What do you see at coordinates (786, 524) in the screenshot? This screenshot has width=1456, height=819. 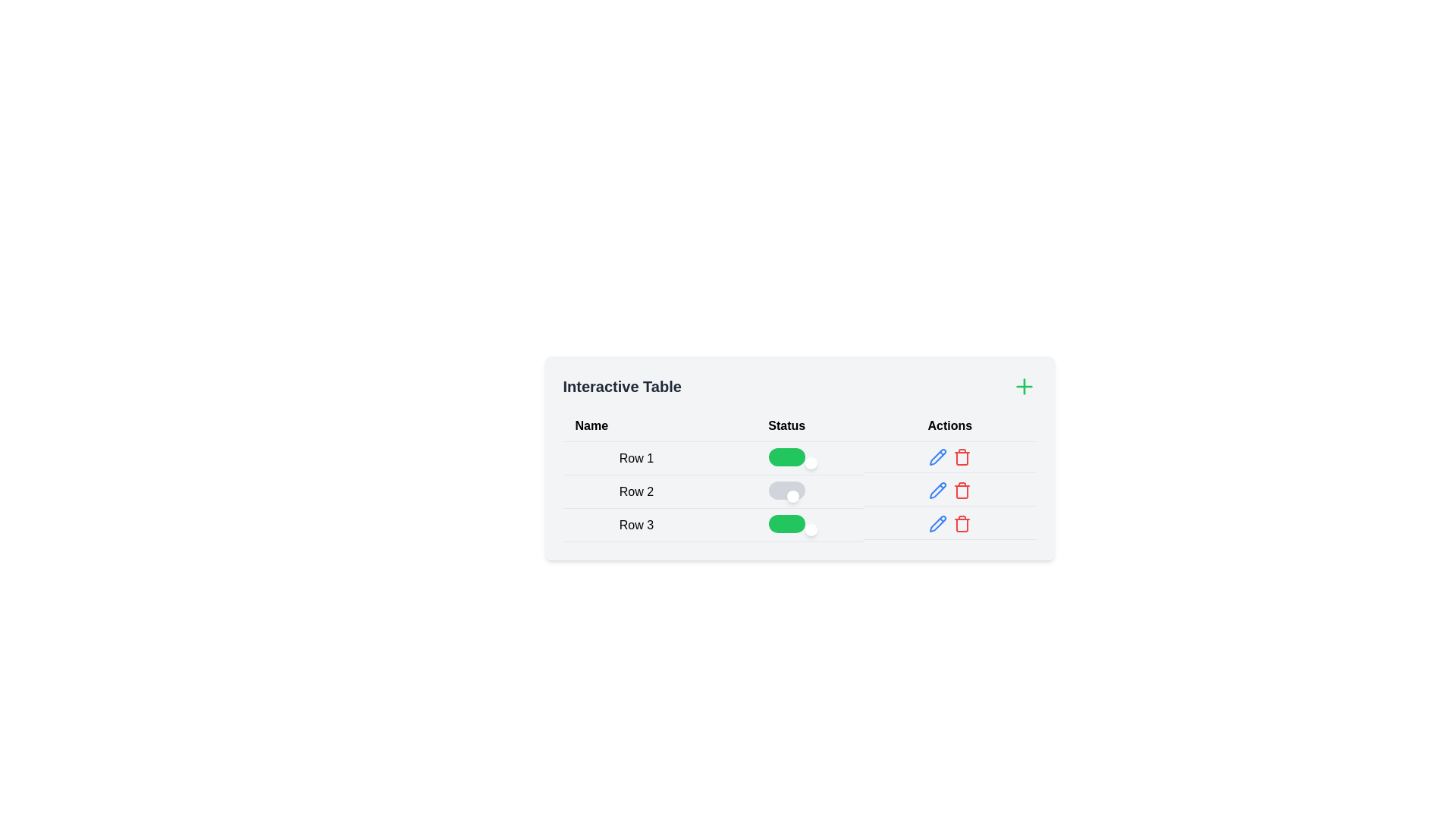 I see `on the toggle switch located in the third row under the 'Status' column` at bounding box center [786, 524].